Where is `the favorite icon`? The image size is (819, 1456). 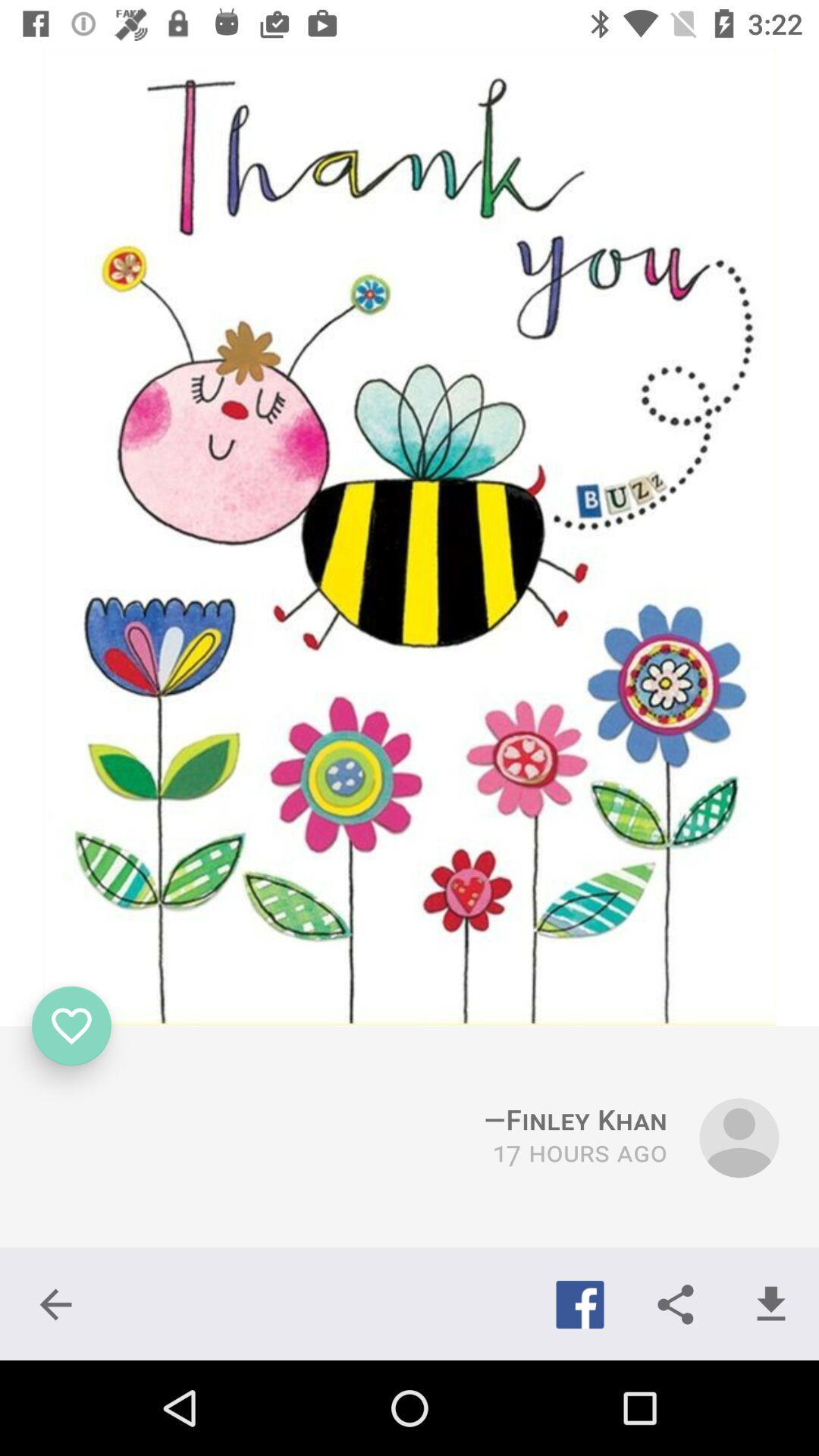
the favorite icon is located at coordinates (71, 1026).